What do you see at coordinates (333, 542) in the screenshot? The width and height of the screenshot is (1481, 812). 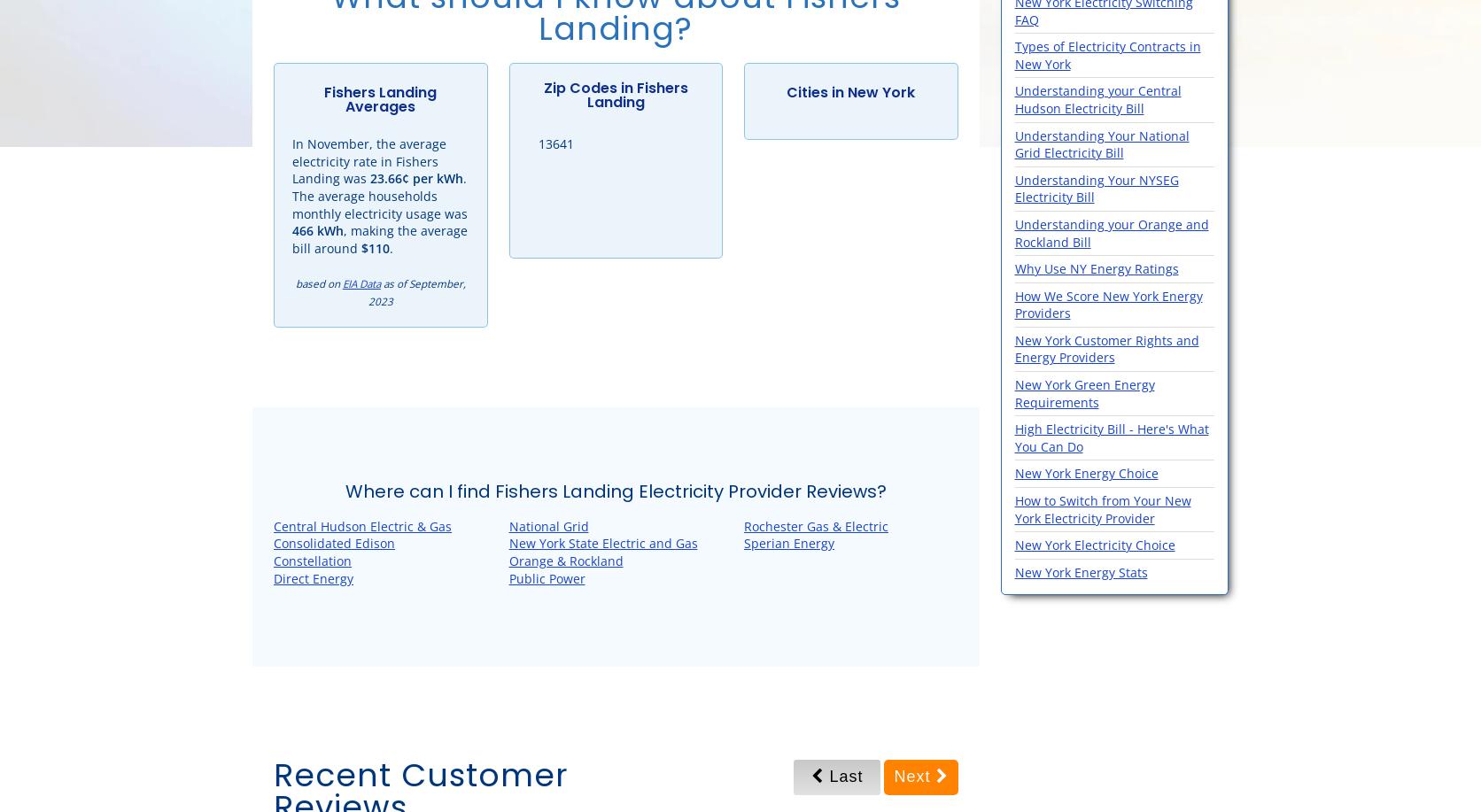 I see `'Consolidated Edison'` at bounding box center [333, 542].